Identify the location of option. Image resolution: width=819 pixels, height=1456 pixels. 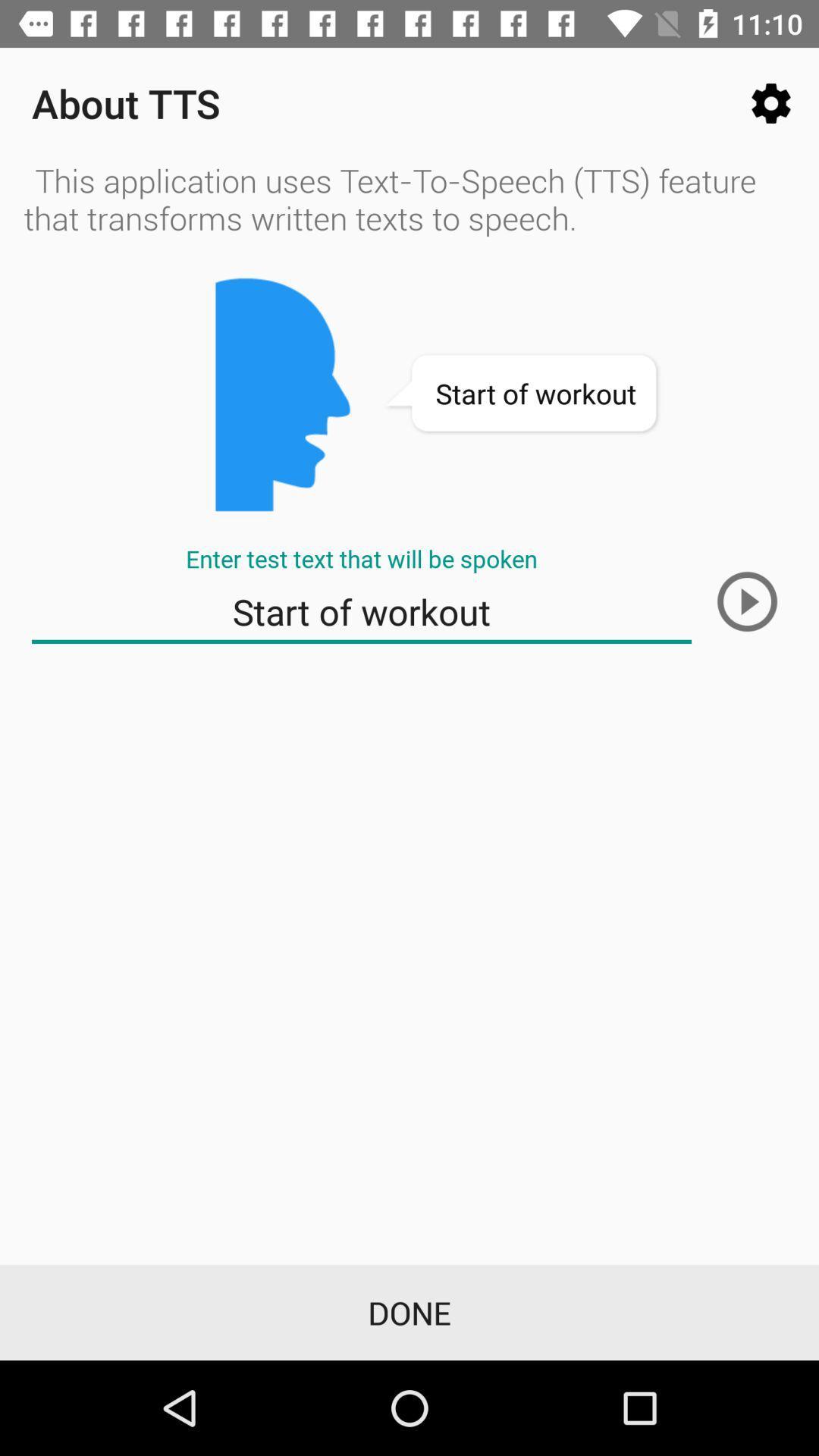
(746, 601).